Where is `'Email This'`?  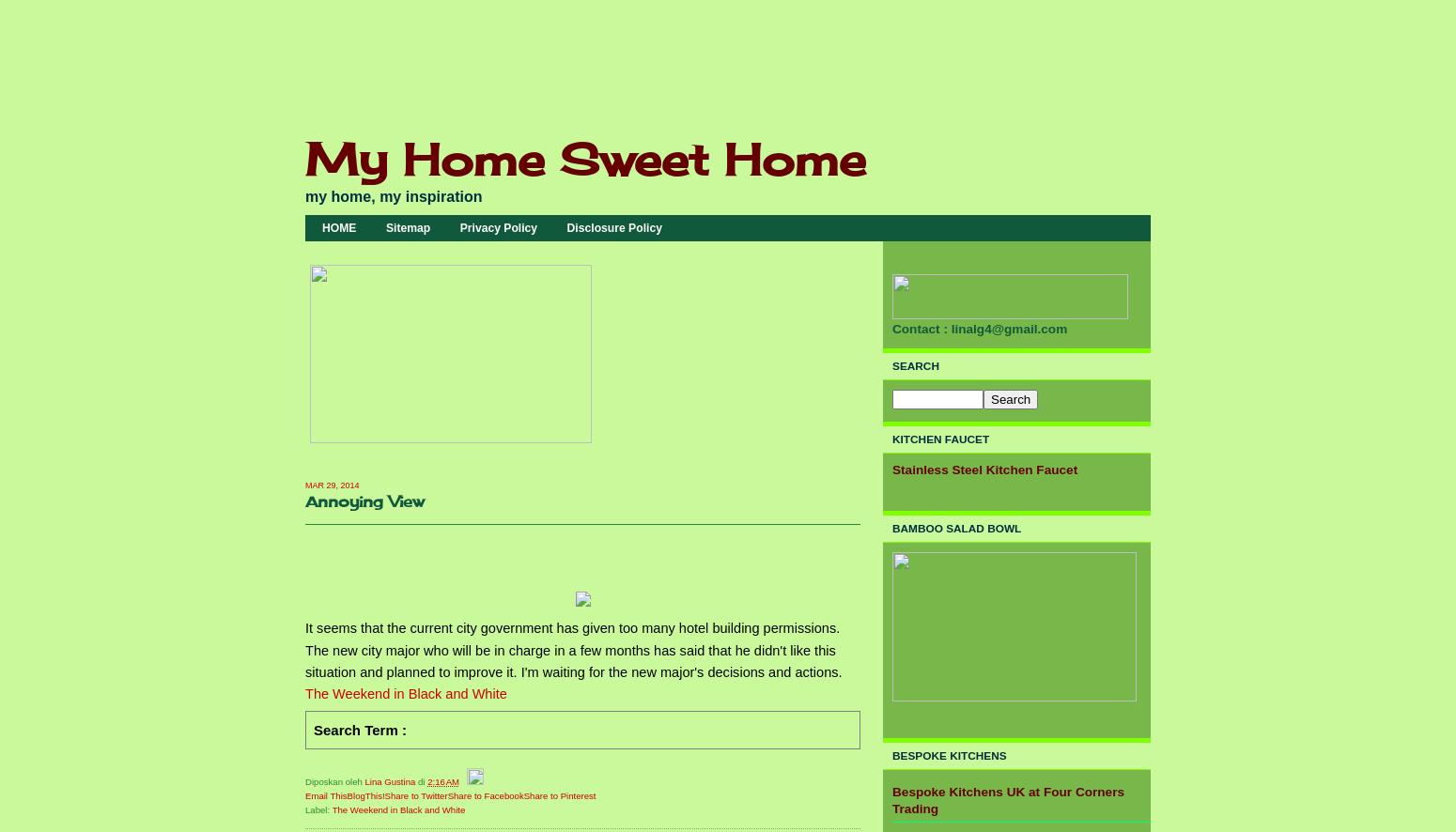 'Email This' is located at coordinates (325, 793).